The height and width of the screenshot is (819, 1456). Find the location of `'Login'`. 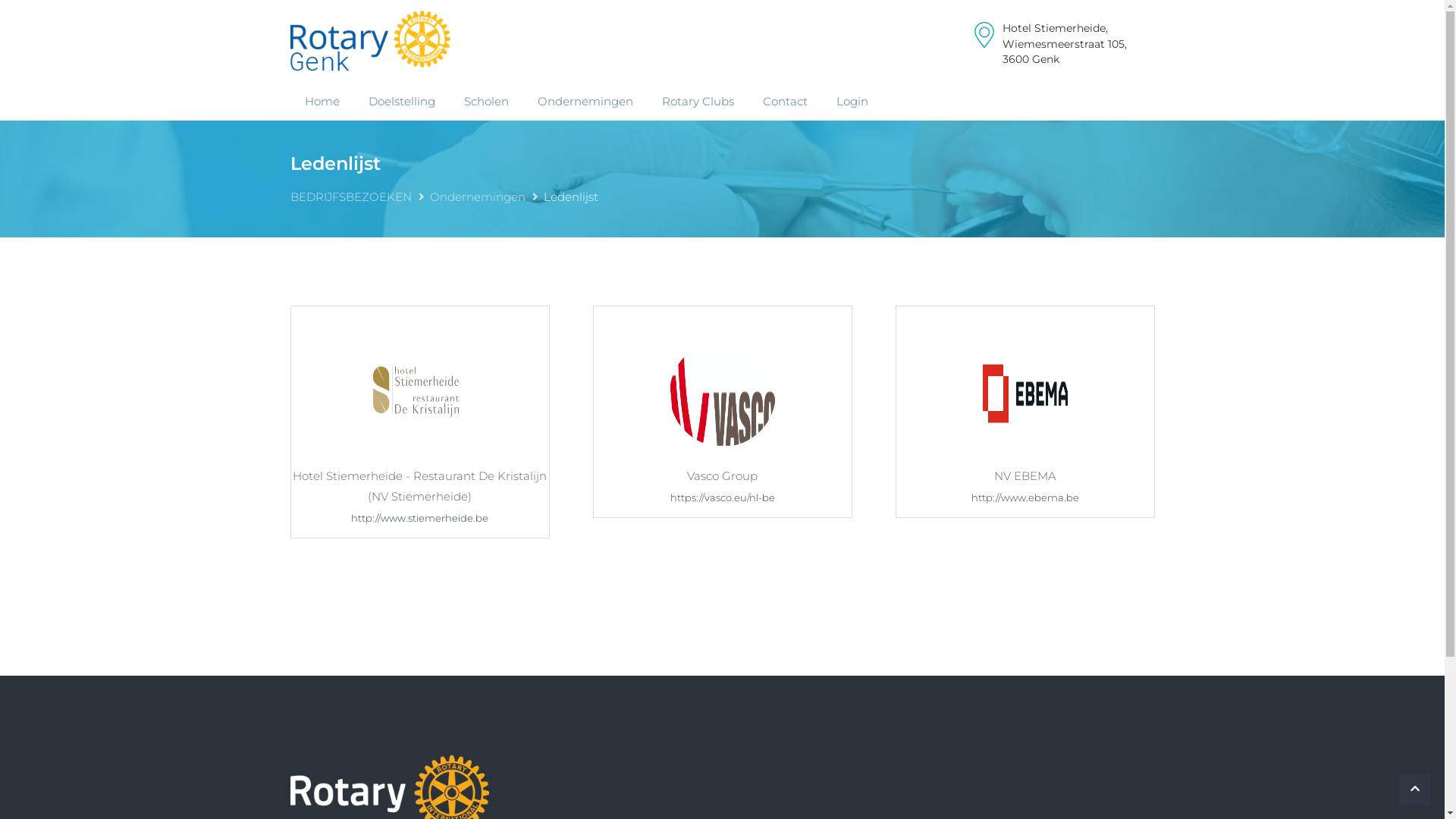

'Login' is located at coordinates (852, 101).